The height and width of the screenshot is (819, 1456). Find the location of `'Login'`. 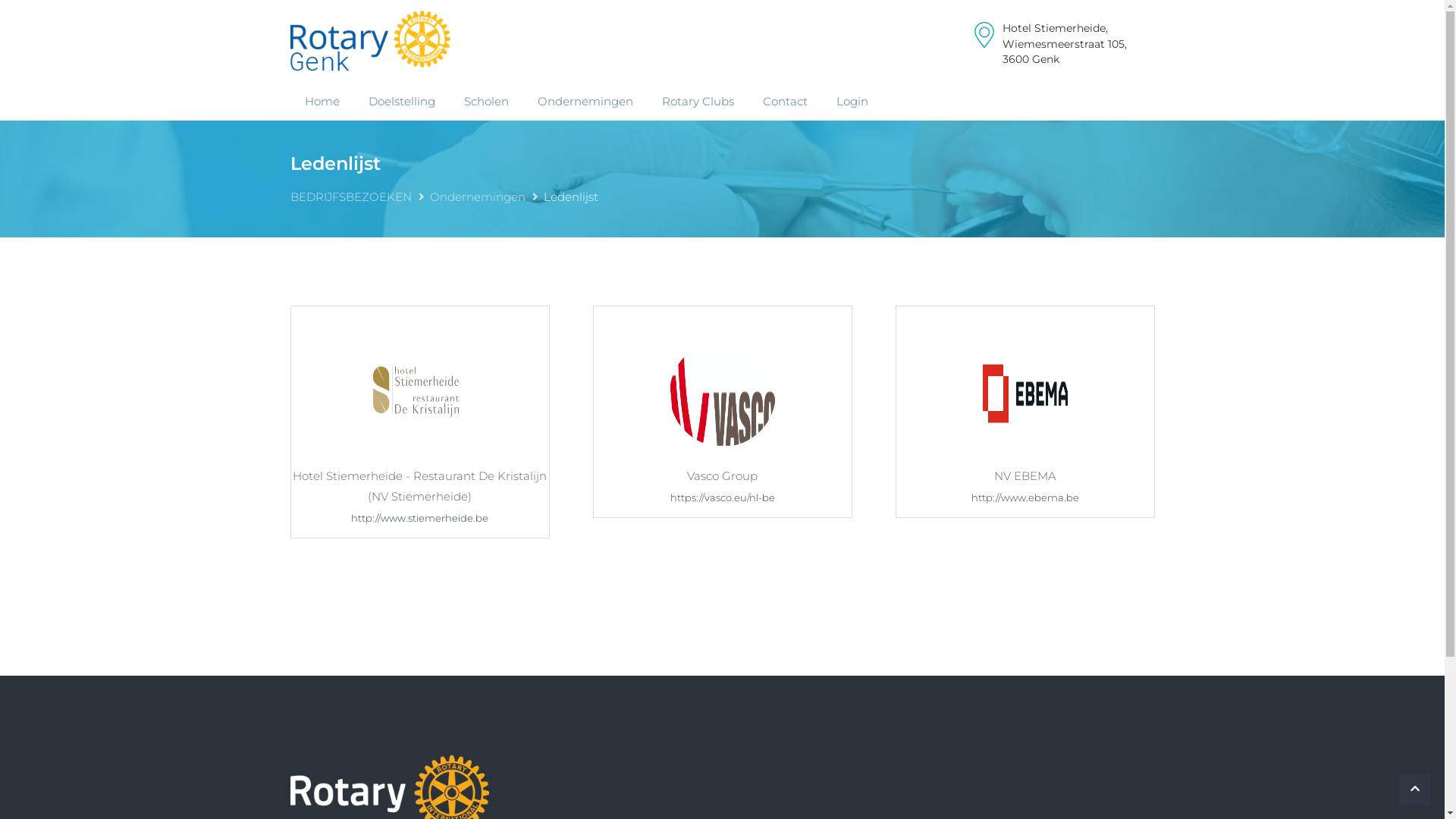

'Login' is located at coordinates (852, 101).